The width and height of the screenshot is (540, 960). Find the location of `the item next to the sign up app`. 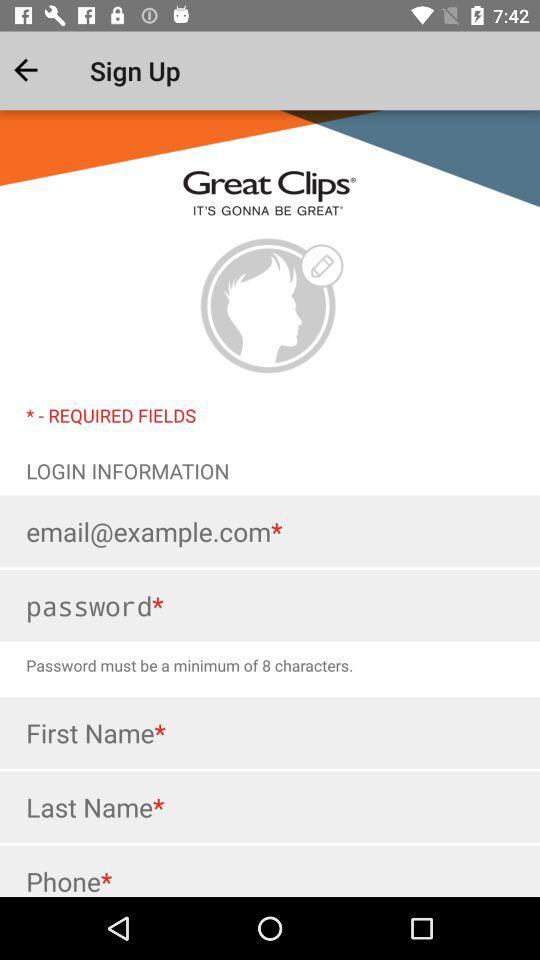

the item next to the sign up app is located at coordinates (42, 70).